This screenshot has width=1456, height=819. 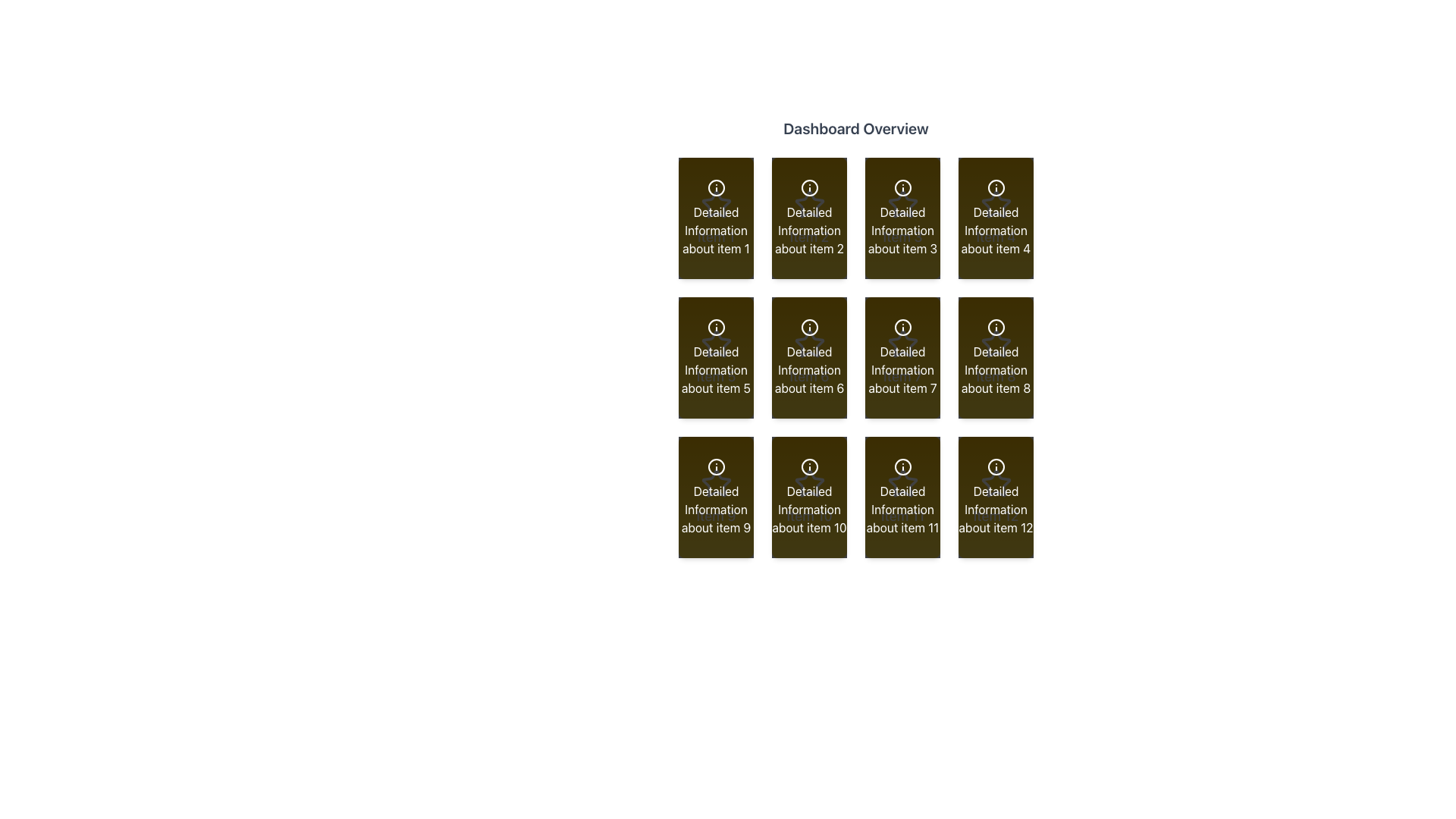 What do you see at coordinates (715, 509) in the screenshot?
I see `the label displaying 'Detailed Information about item 9' in white text on a dark background, located in the bottom-left tile of the grid layout` at bounding box center [715, 509].